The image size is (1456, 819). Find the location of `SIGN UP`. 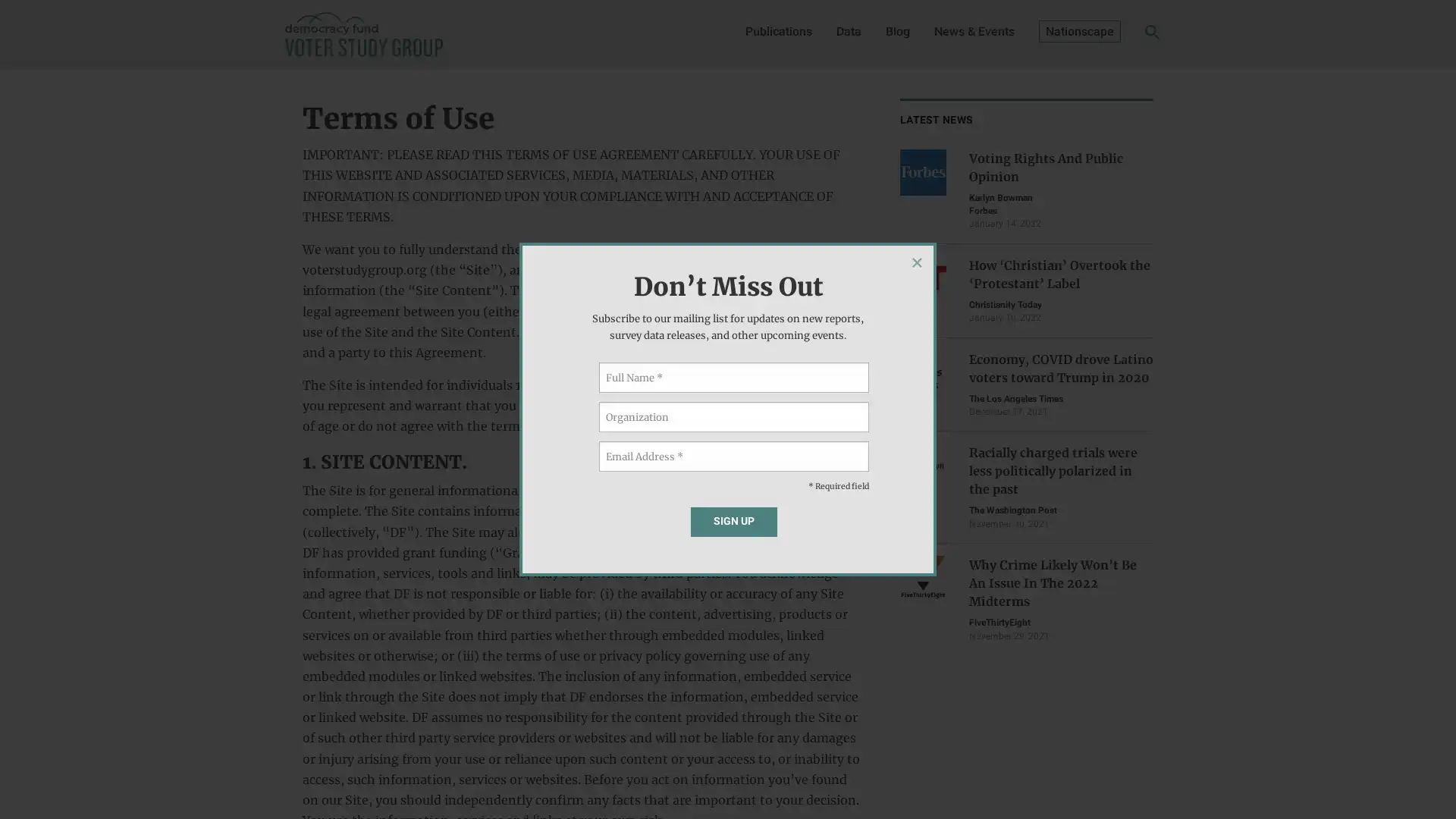

SIGN UP is located at coordinates (733, 520).